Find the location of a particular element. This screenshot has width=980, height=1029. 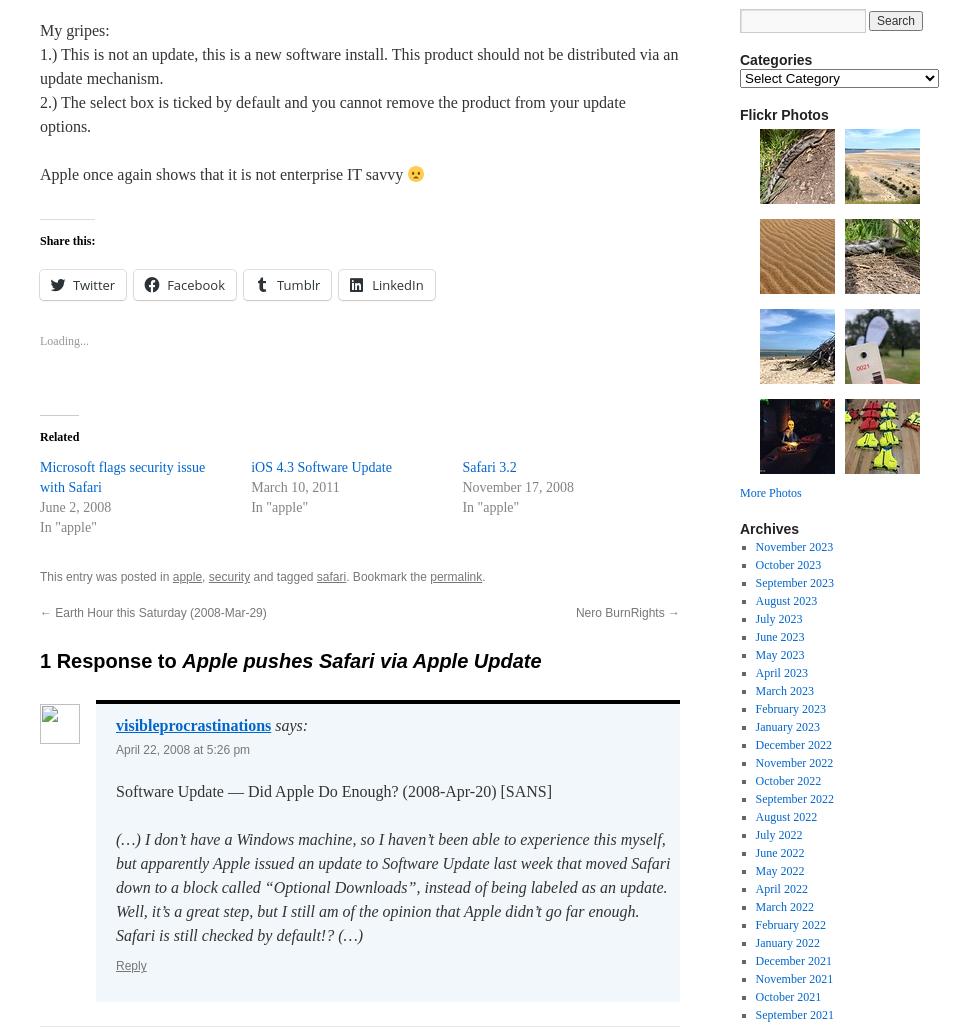

'More Photos' is located at coordinates (770, 492).